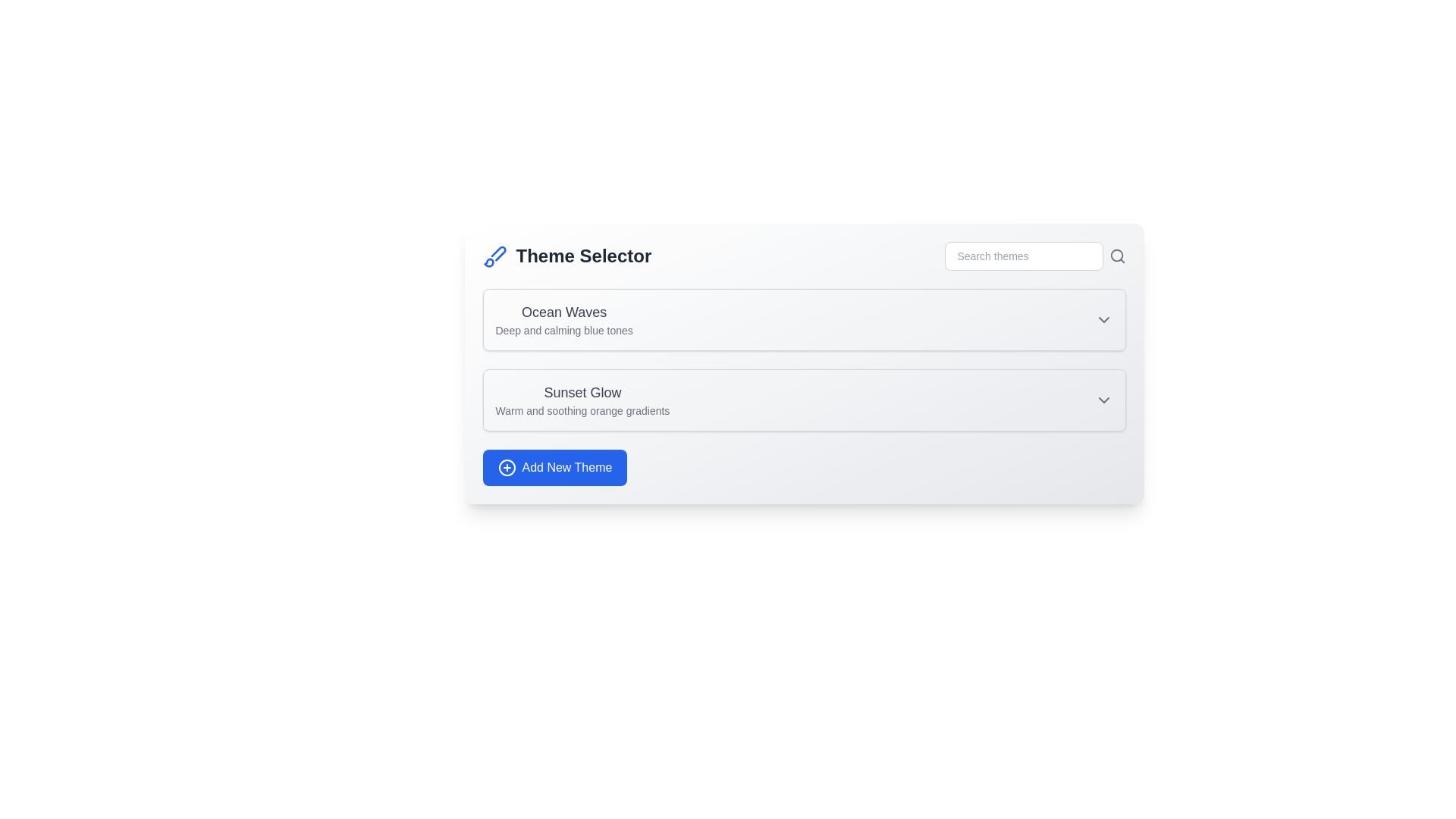 The image size is (1456, 819). Describe the element at coordinates (563, 329) in the screenshot. I see `the descriptive text label for the 'Ocean Waves' theme, which is located directly below the 'Ocean Waves' heading in the 'Theme Selector' interface` at that location.